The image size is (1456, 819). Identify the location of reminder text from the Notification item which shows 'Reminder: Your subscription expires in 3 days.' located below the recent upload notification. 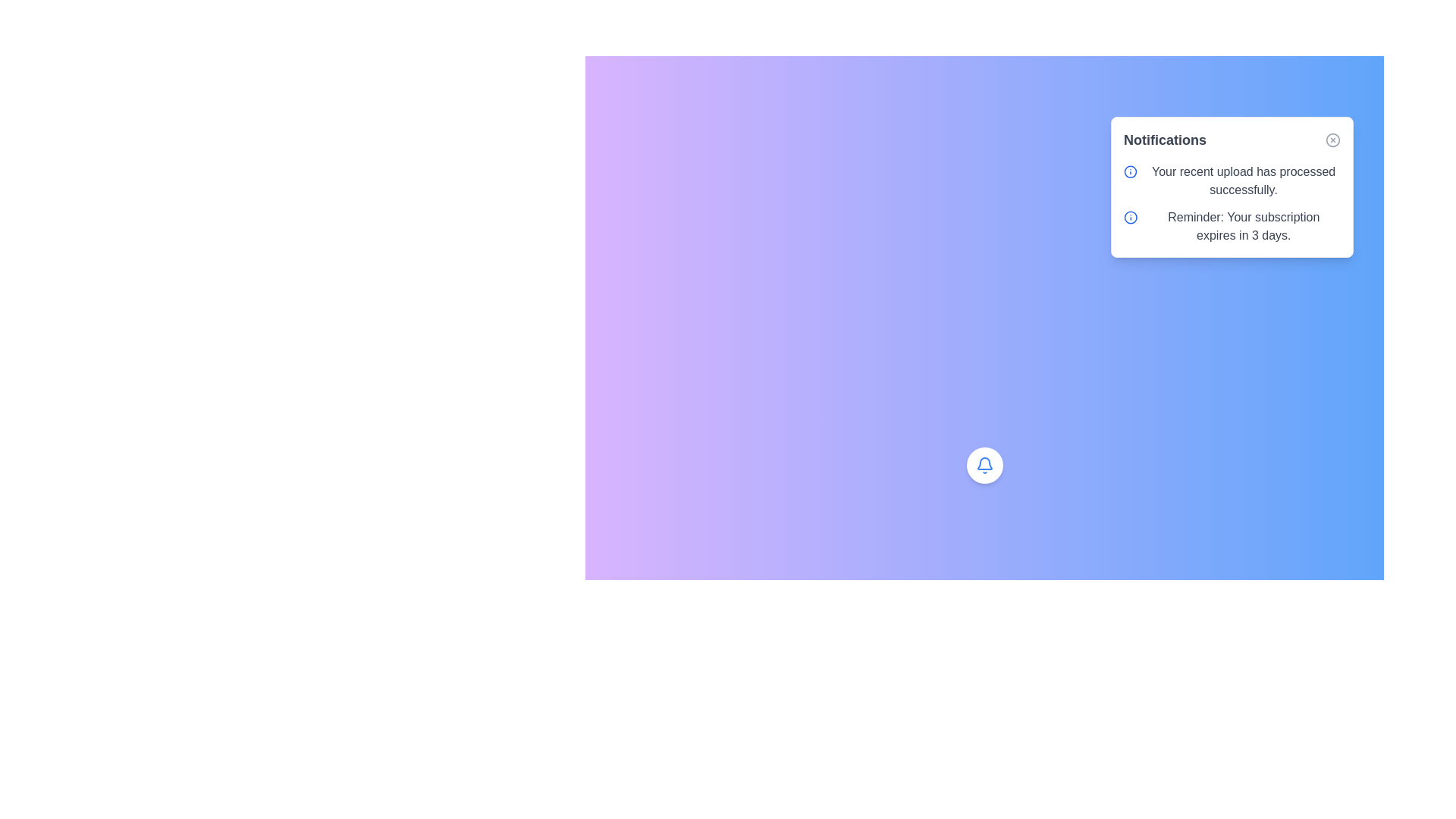
(1232, 227).